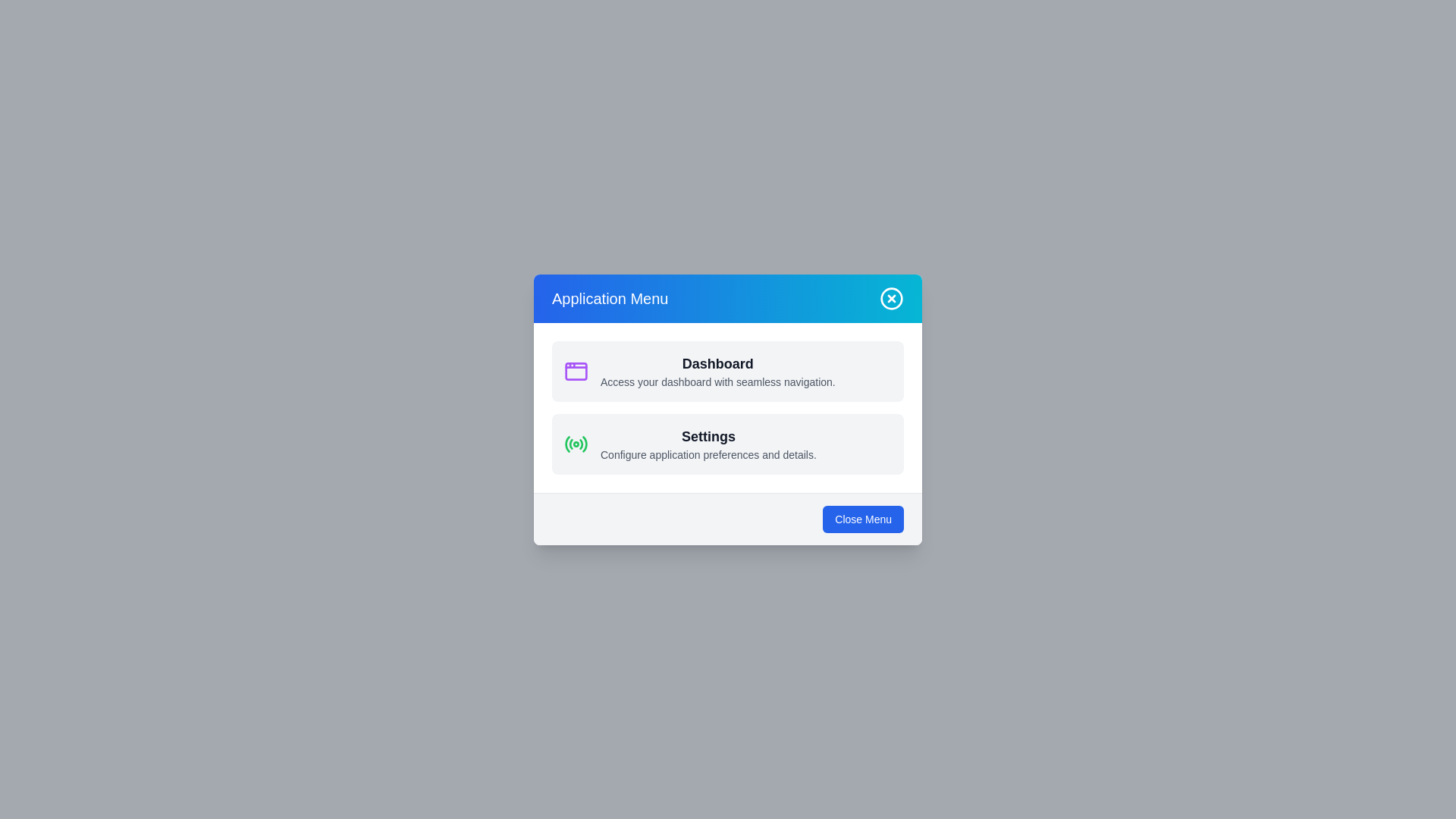 The image size is (1456, 819). What do you see at coordinates (728, 371) in the screenshot?
I see `the menu item Dashboard from the menu` at bounding box center [728, 371].